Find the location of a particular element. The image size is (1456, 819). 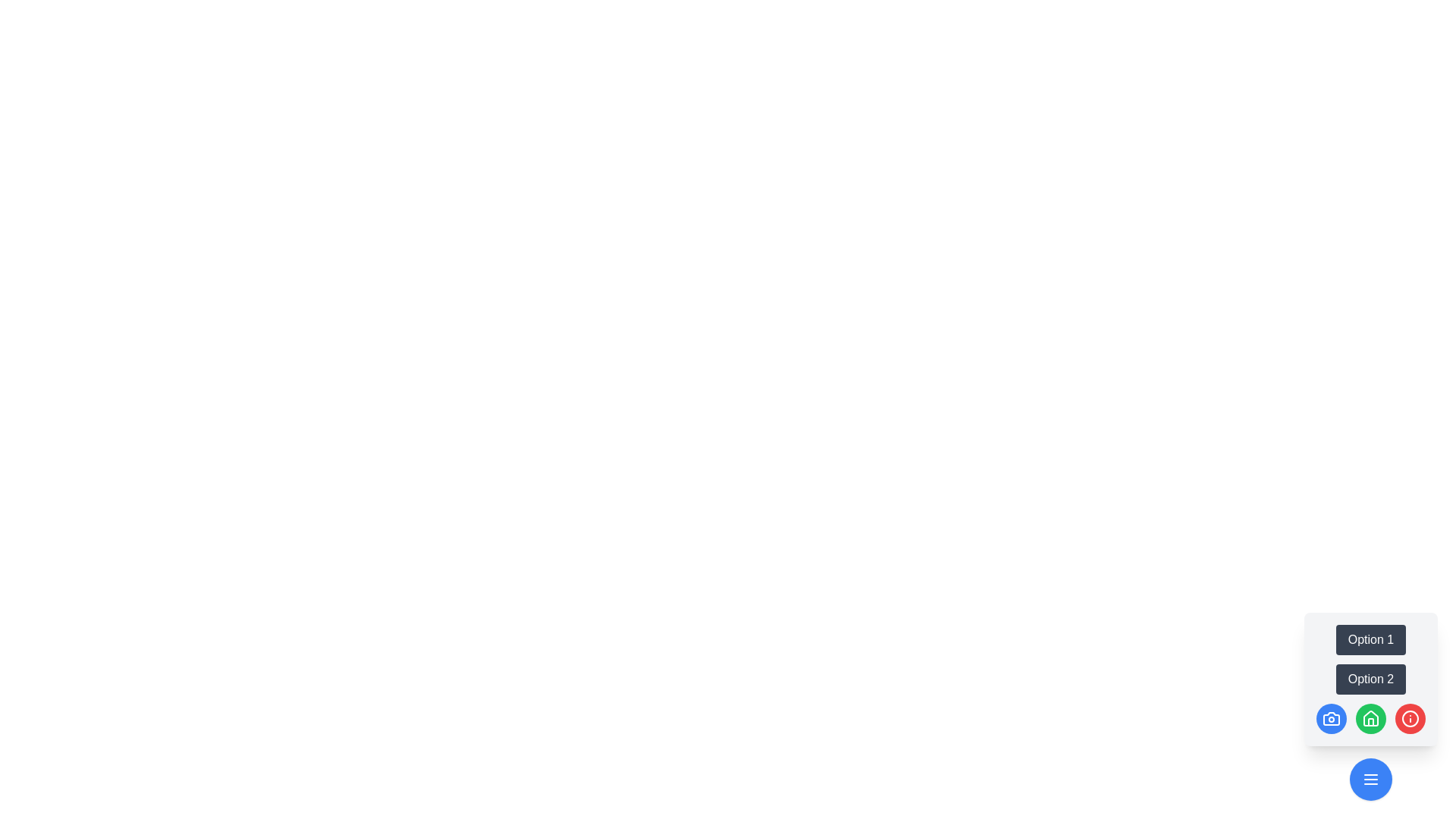

the 'Option 2' button, which is a rectangular button with a dark gray background and white text, located in the lower right corner of the interface below 'Option 1' is located at coordinates (1371, 678).